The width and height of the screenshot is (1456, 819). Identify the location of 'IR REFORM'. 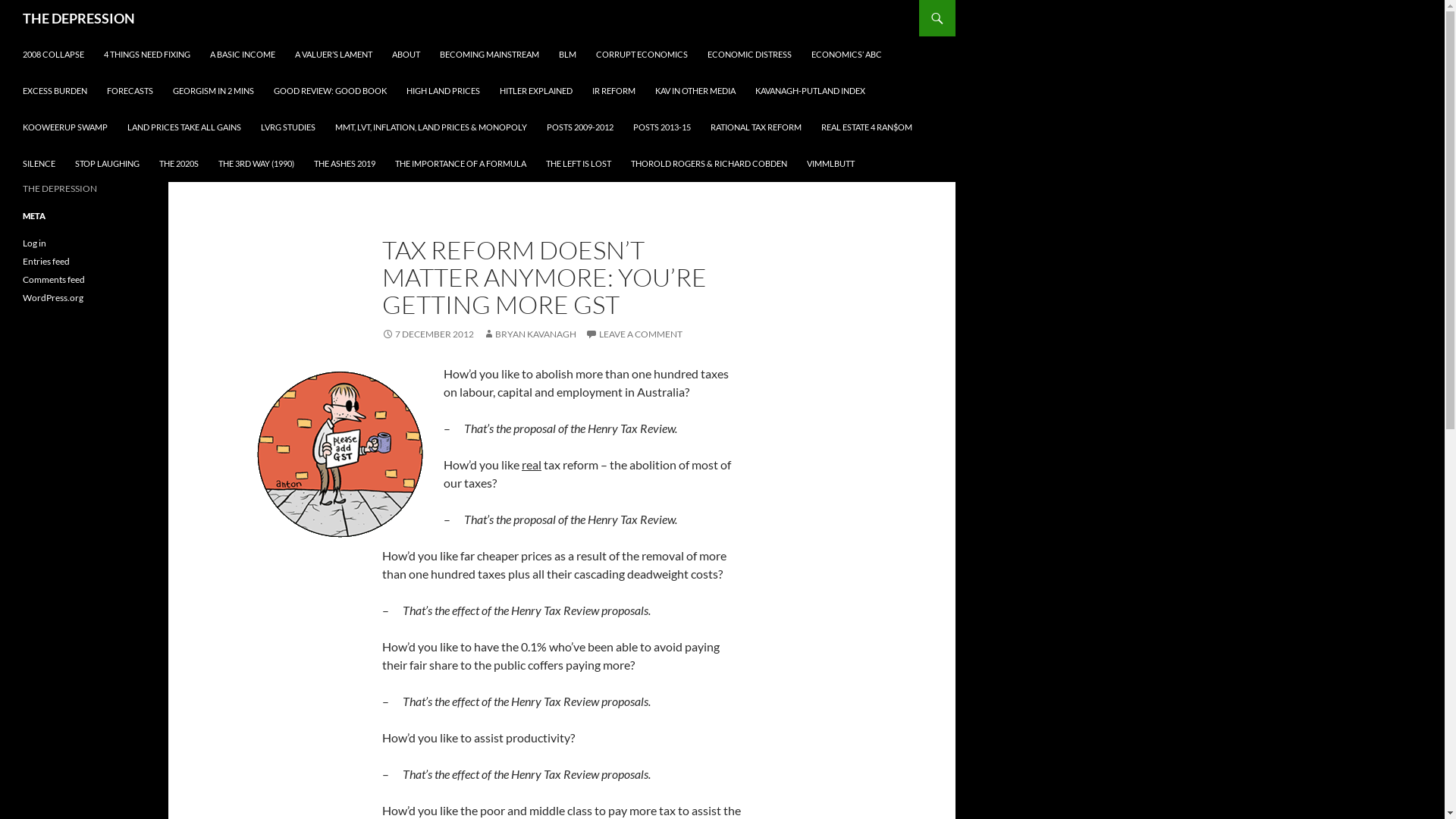
(582, 90).